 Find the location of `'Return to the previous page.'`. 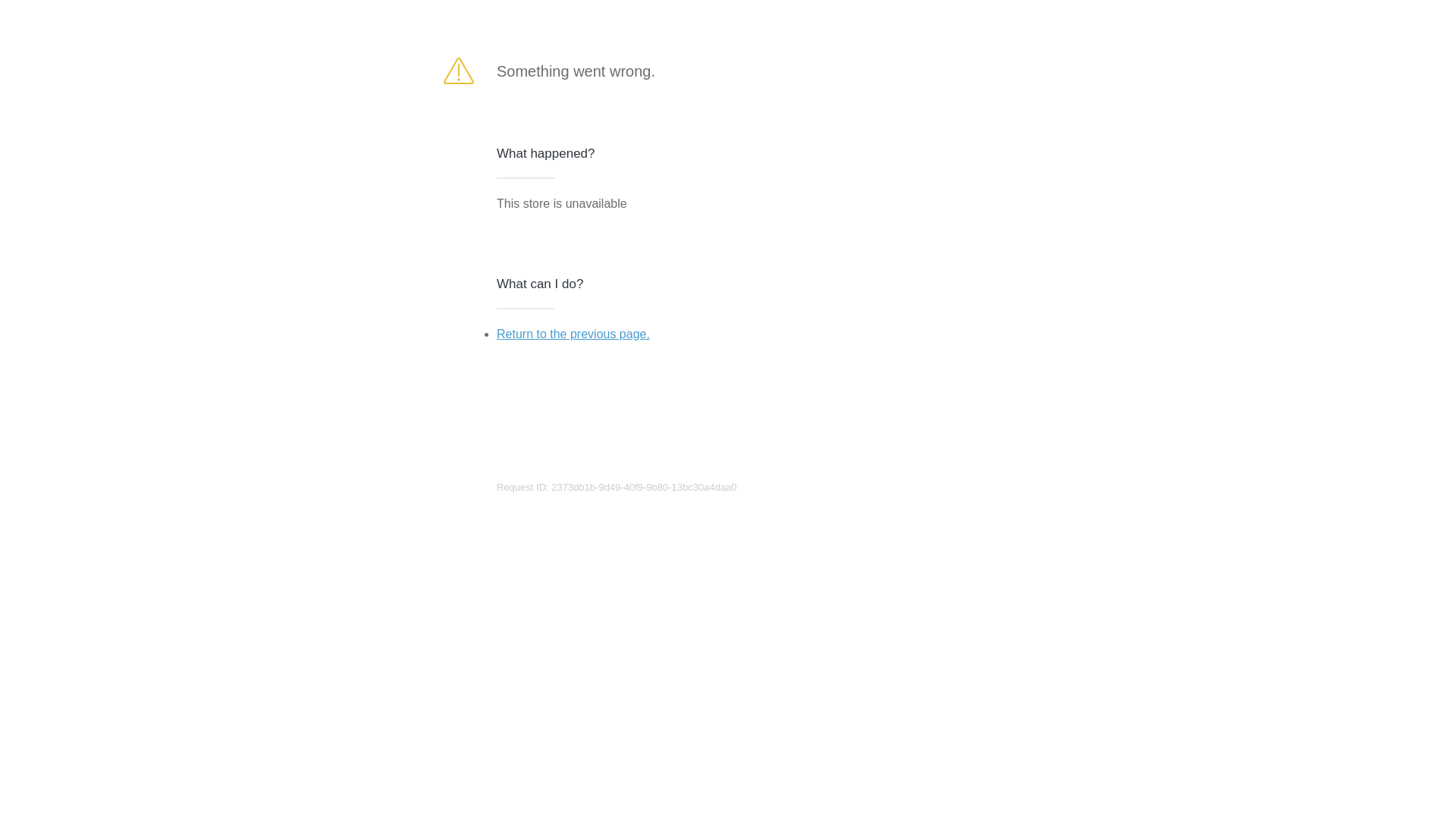

'Return to the previous page.' is located at coordinates (572, 333).